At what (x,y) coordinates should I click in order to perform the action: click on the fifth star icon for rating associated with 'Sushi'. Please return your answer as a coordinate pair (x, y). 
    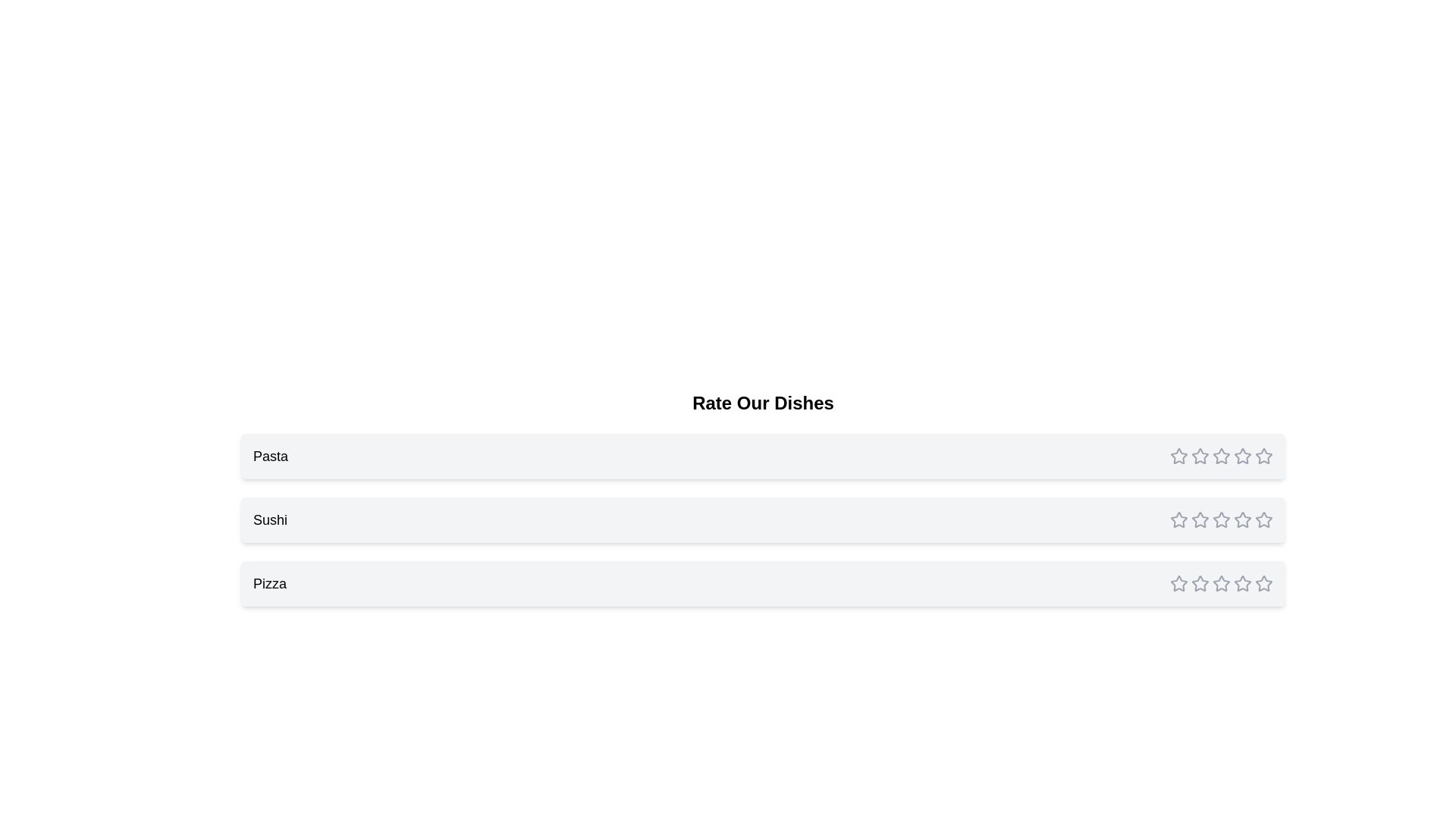
    Looking at the image, I should click on (1263, 519).